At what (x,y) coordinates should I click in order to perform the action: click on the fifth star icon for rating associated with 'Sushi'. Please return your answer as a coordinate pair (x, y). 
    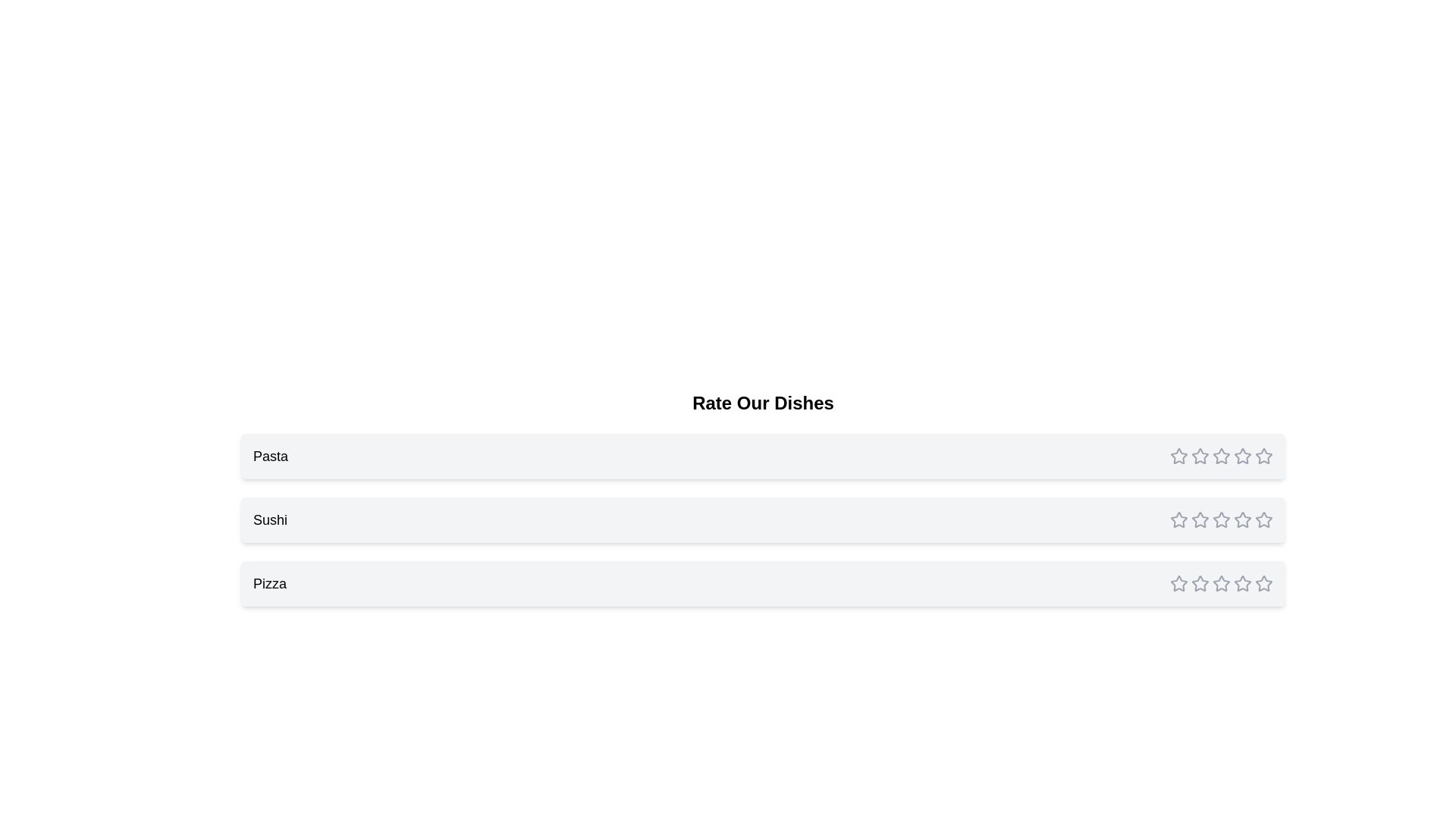
    Looking at the image, I should click on (1263, 519).